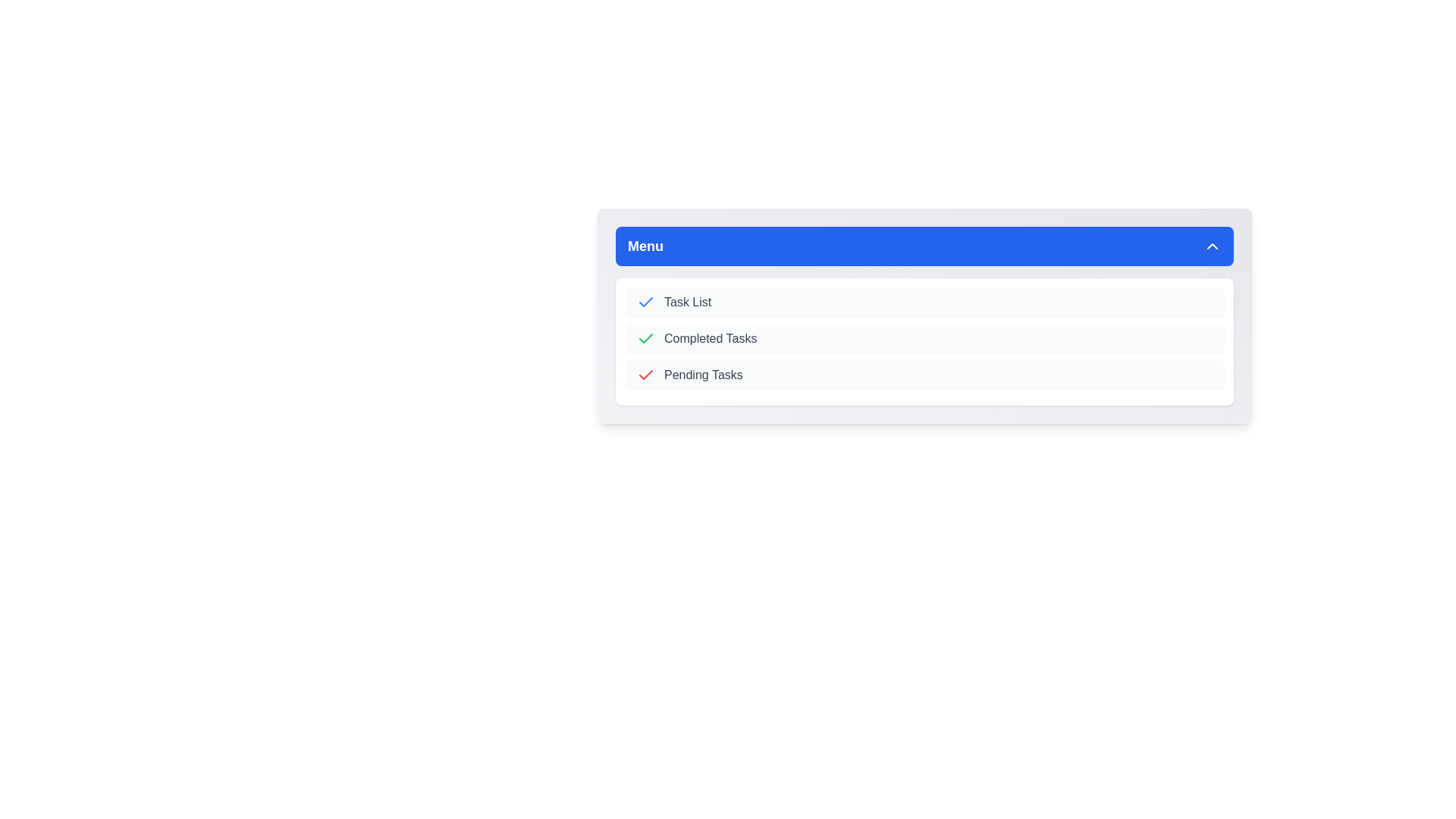 This screenshot has height=819, width=1456. Describe the element at coordinates (702, 375) in the screenshot. I see `the 'Pending Tasks' text label, which is the third item in a vertical list within the menu structure and aligned to the right of a red checkmark icon` at that location.